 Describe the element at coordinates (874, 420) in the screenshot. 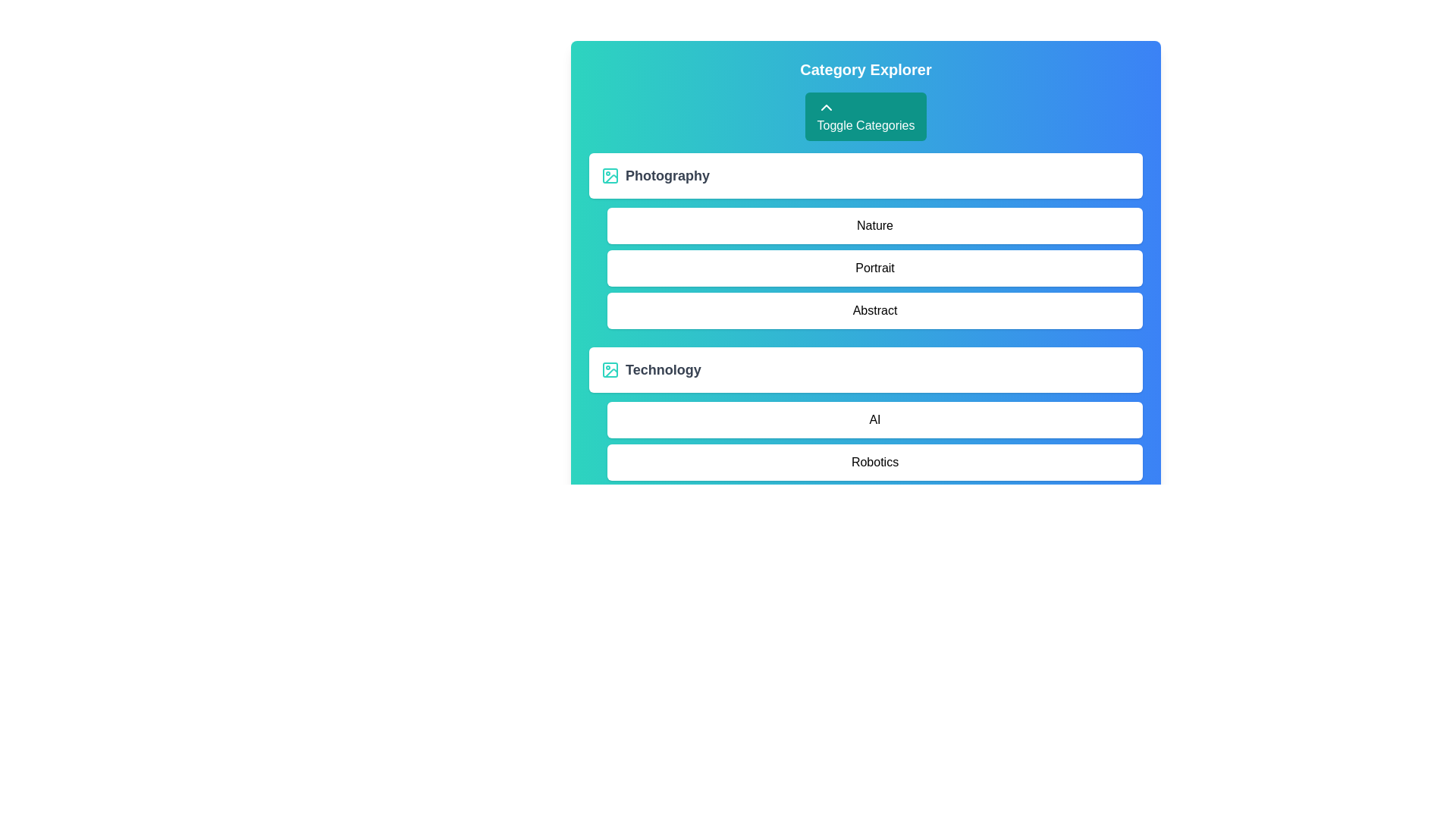

I see `the item AI from the category Technology` at that location.